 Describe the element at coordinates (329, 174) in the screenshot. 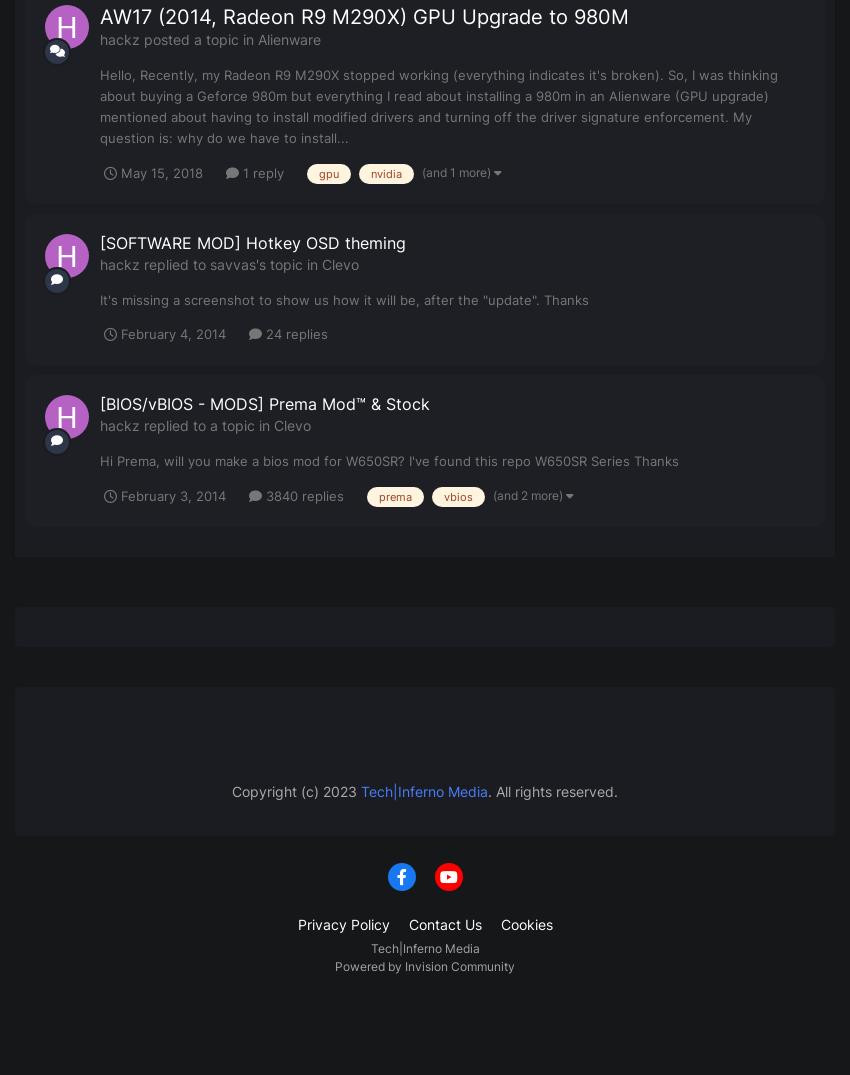

I see `'gpu'` at that location.